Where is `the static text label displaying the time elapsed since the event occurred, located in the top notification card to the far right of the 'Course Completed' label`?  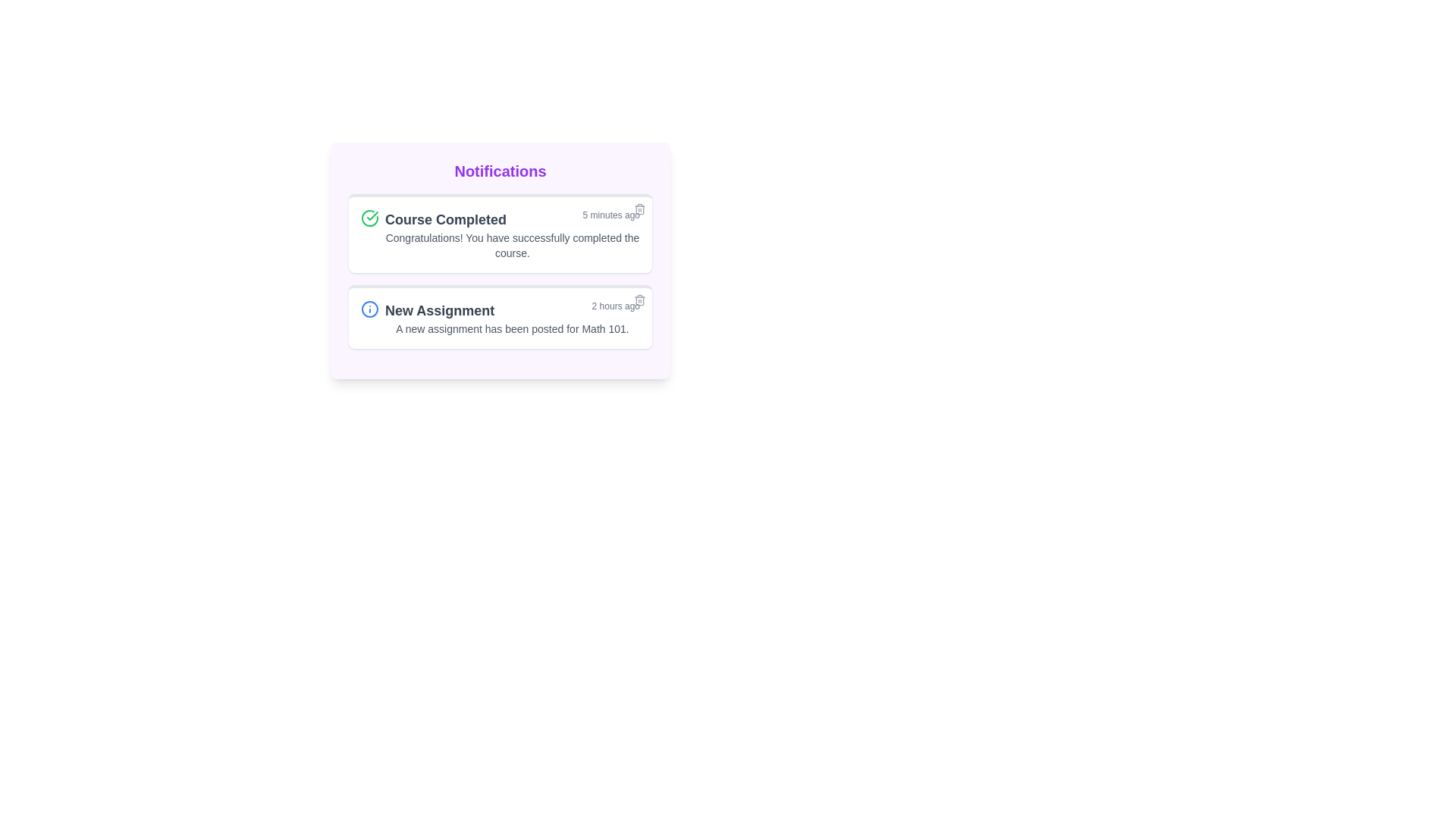 the static text label displaying the time elapsed since the event occurred, located in the top notification card to the far right of the 'Course Completed' label is located at coordinates (611, 219).